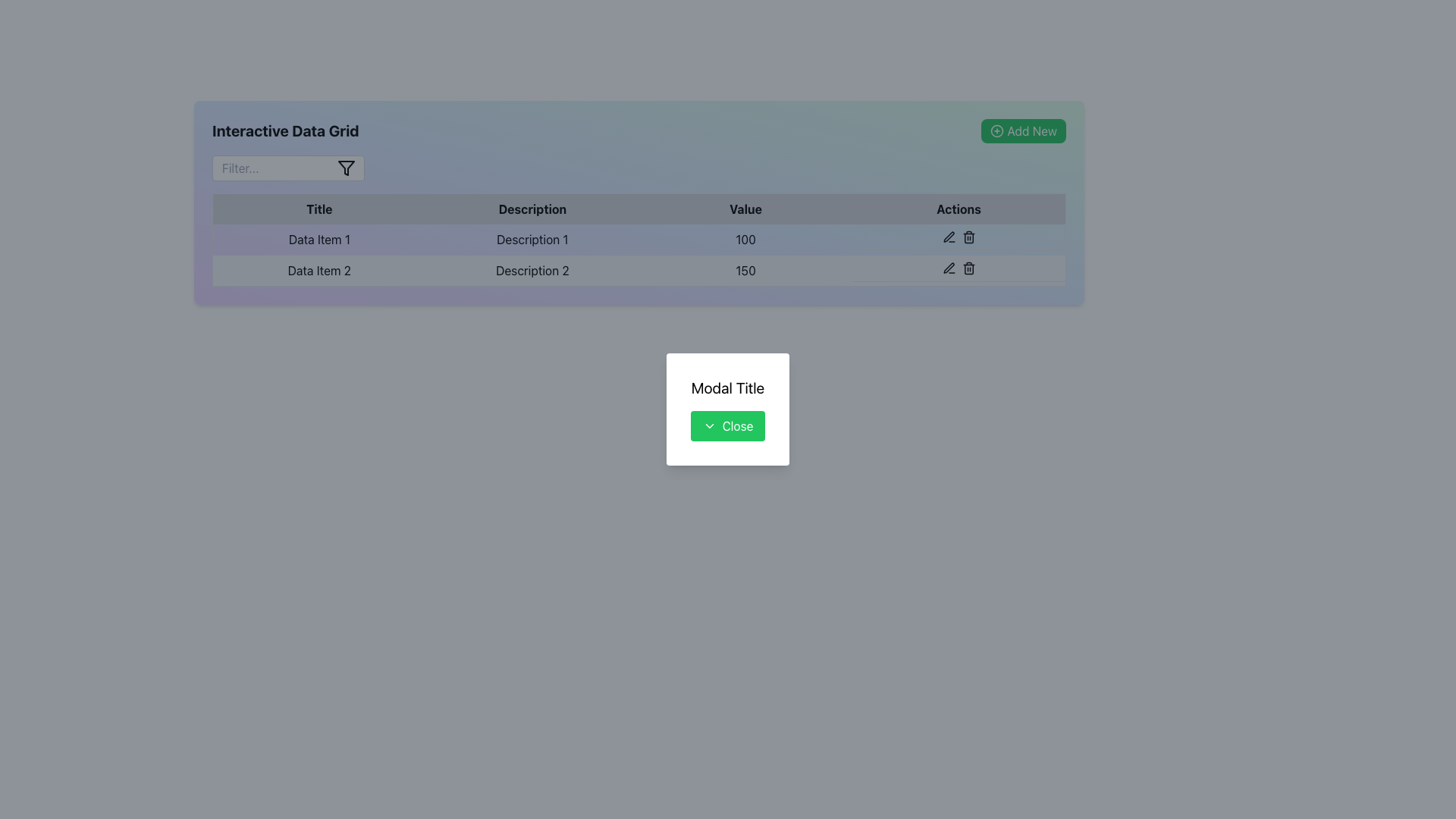  What do you see at coordinates (728, 409) in the screenshot?
I see `the 'Close' button in the modal dialog` at bounding box center [728, 409].